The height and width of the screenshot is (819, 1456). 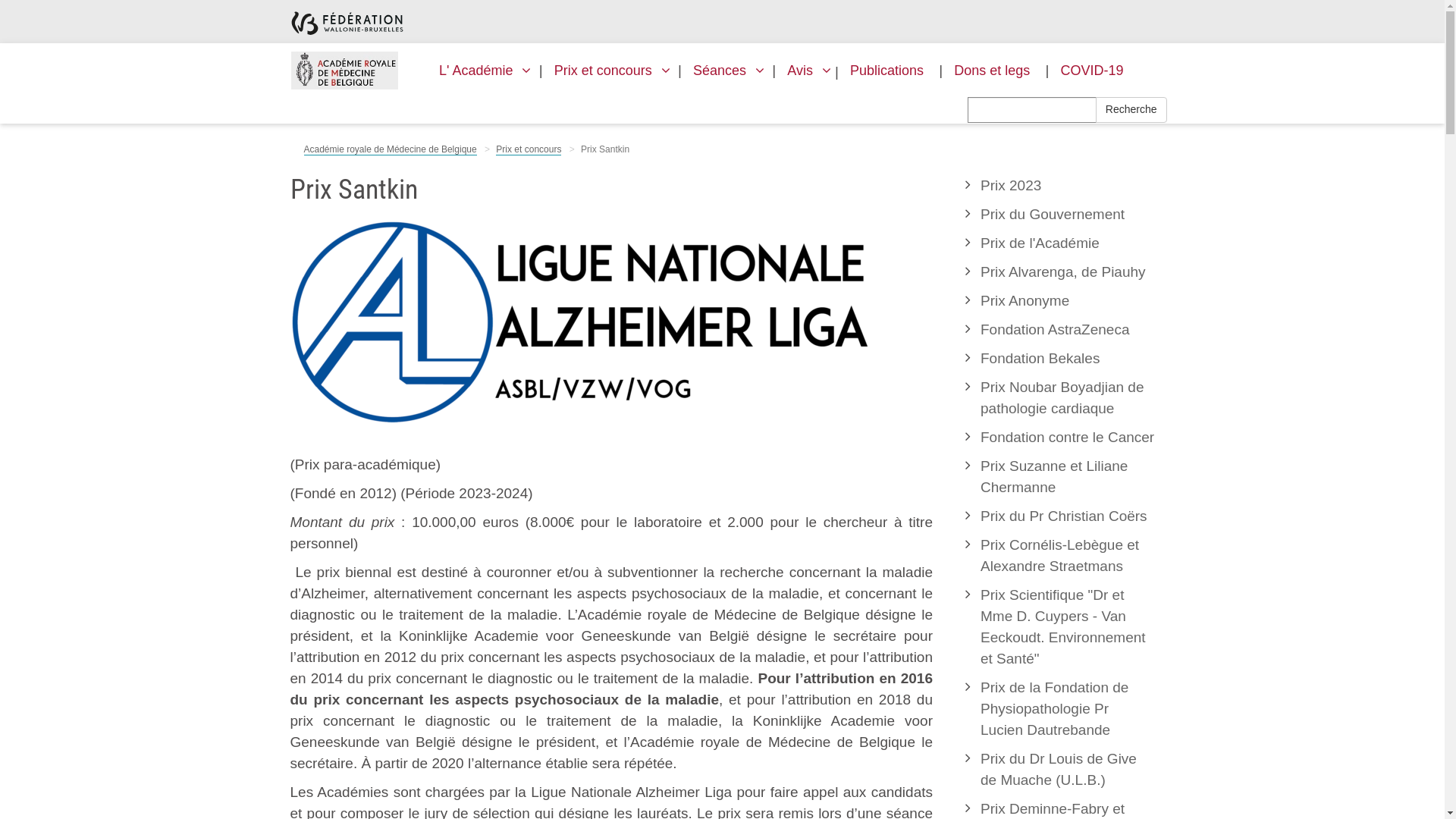 What do you see at coordinates (1066, 359) in the screenshot?
I see `'Fondation Bekales'` at bounding box center [1066, 359].